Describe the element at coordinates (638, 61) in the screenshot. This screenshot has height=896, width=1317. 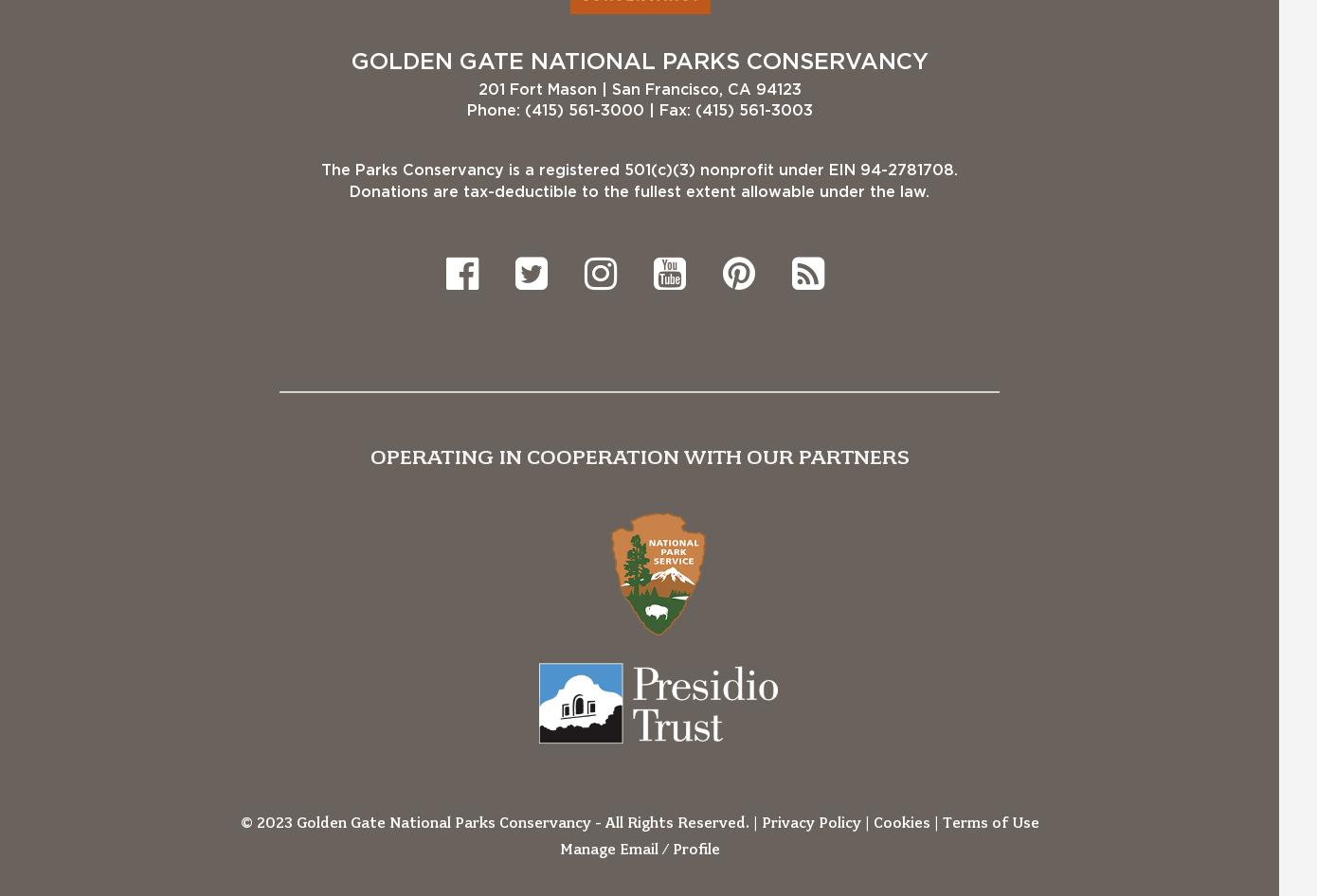
I see `'Golden Gate National Parks Conservancy'` at that location.